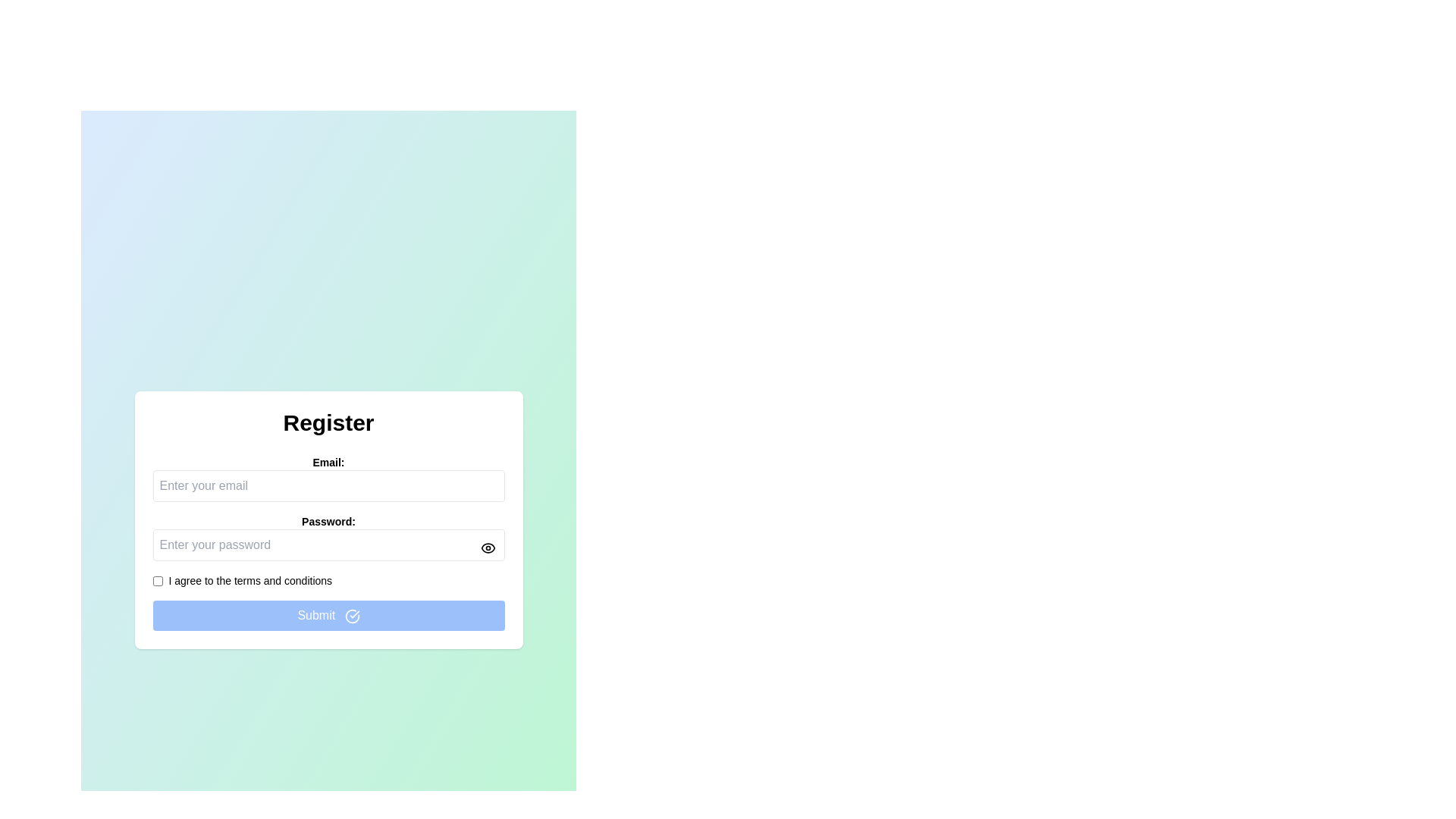  Describe the element at coordinates (328, 580) in the screenshot. I see `the checkbox located below the 'Password' input field and above the 'Submit' button` at that location.